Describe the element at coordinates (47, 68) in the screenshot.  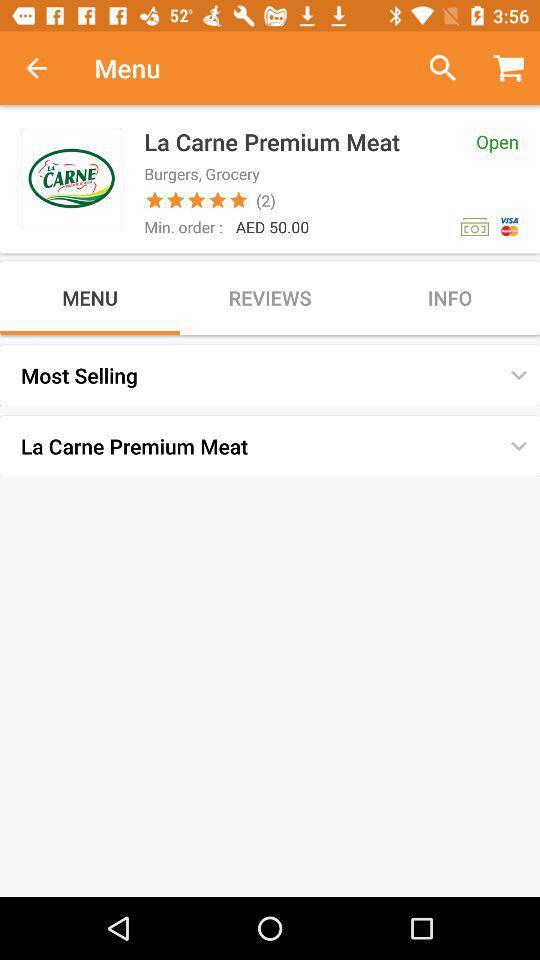
I see `the item next to the menu item` at that location.